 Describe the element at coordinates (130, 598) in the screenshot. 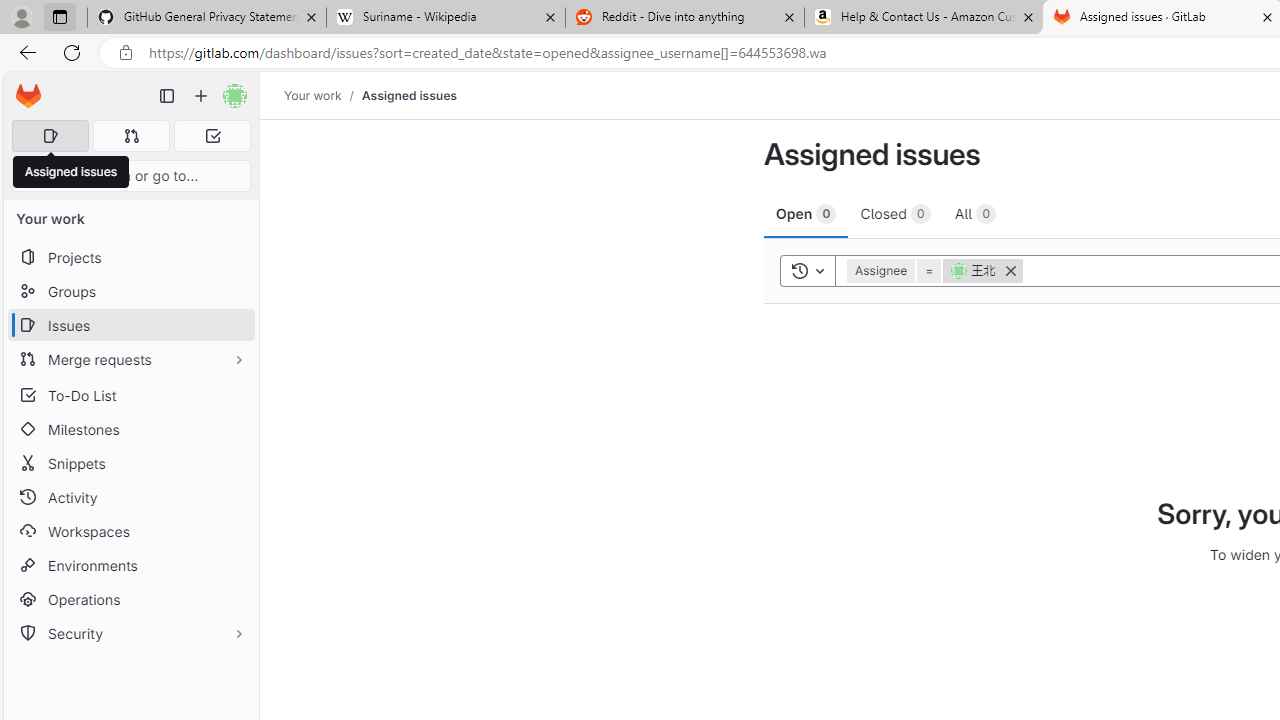

I see `'Operations'` at that location.